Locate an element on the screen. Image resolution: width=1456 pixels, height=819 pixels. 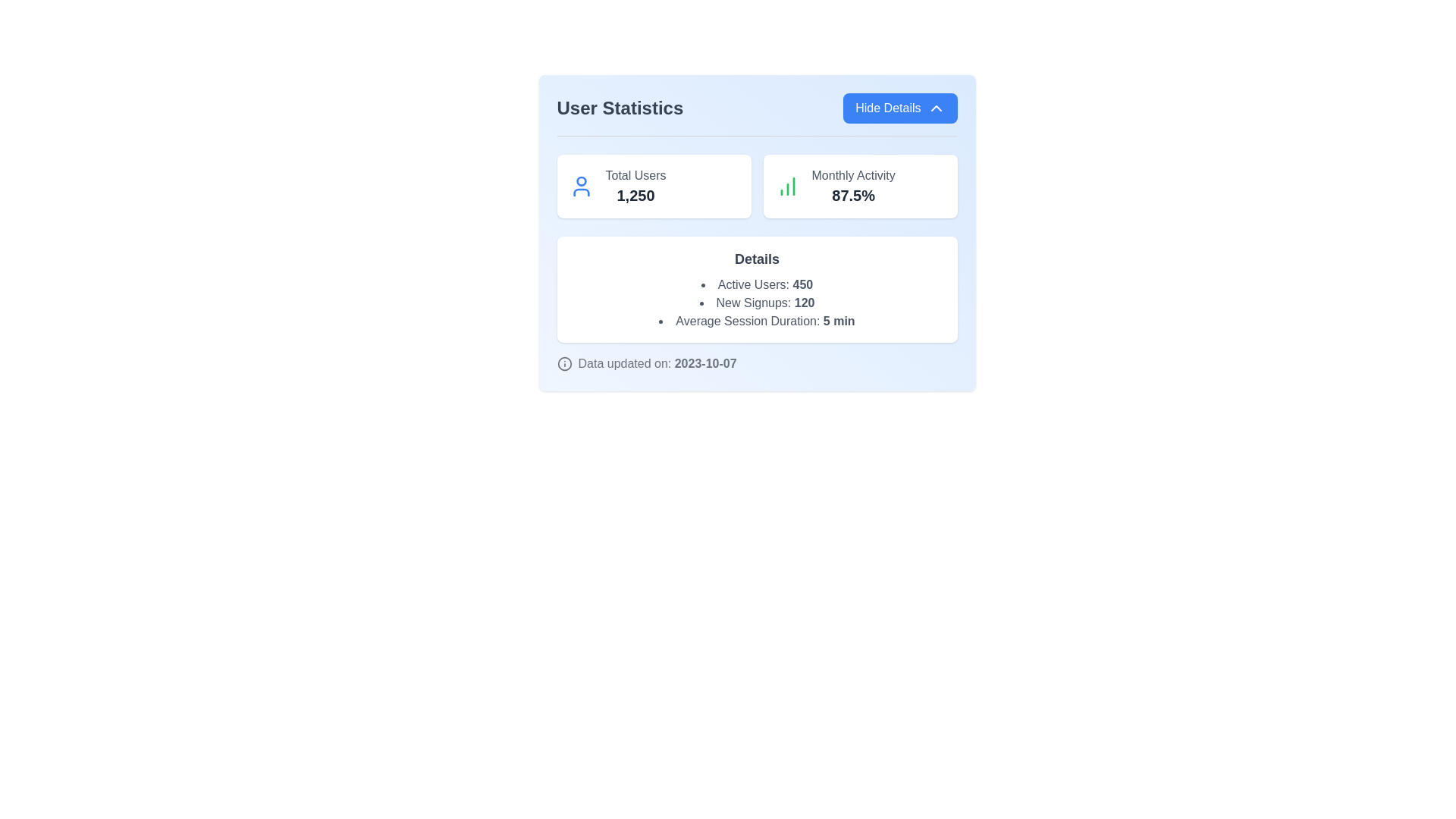
the text display that reads 'Average Session Duration: 5 min', styled in bold with a gray color scheme, located in the 'Details' section of the 'User Statistics' card is located at coordinates (757, 321).